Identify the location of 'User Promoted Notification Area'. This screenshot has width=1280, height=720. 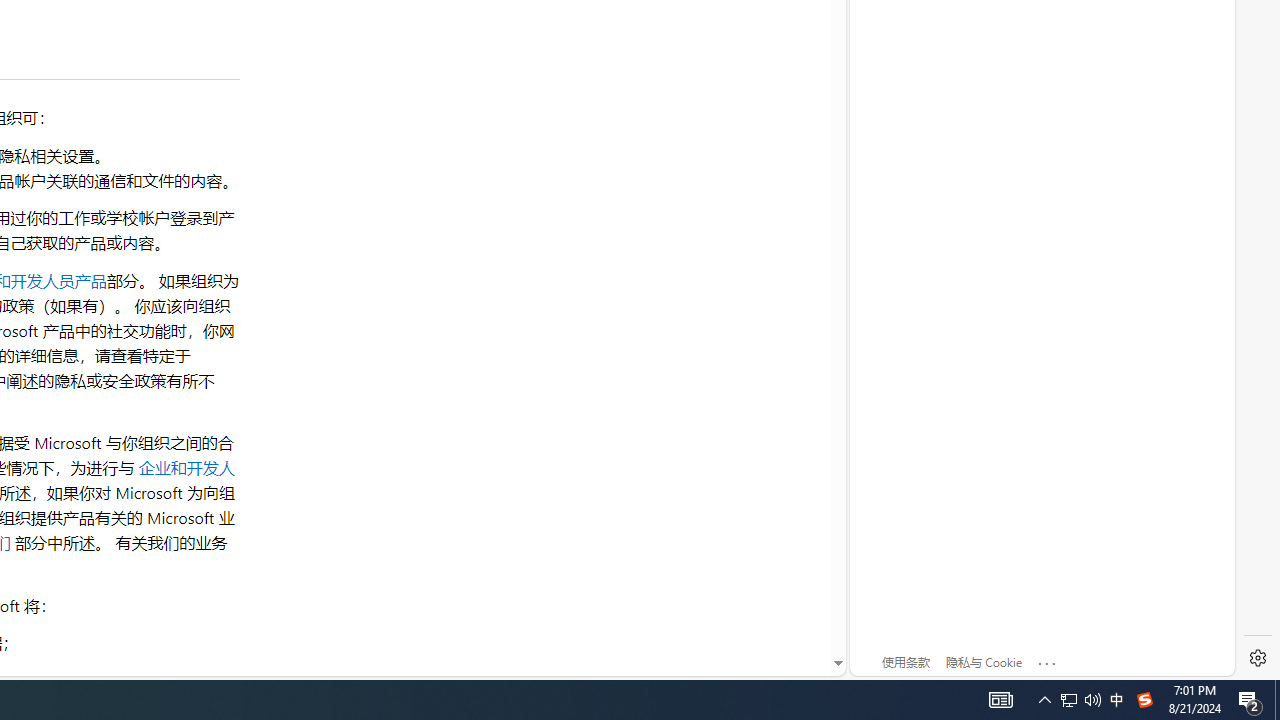
(1079, 698).